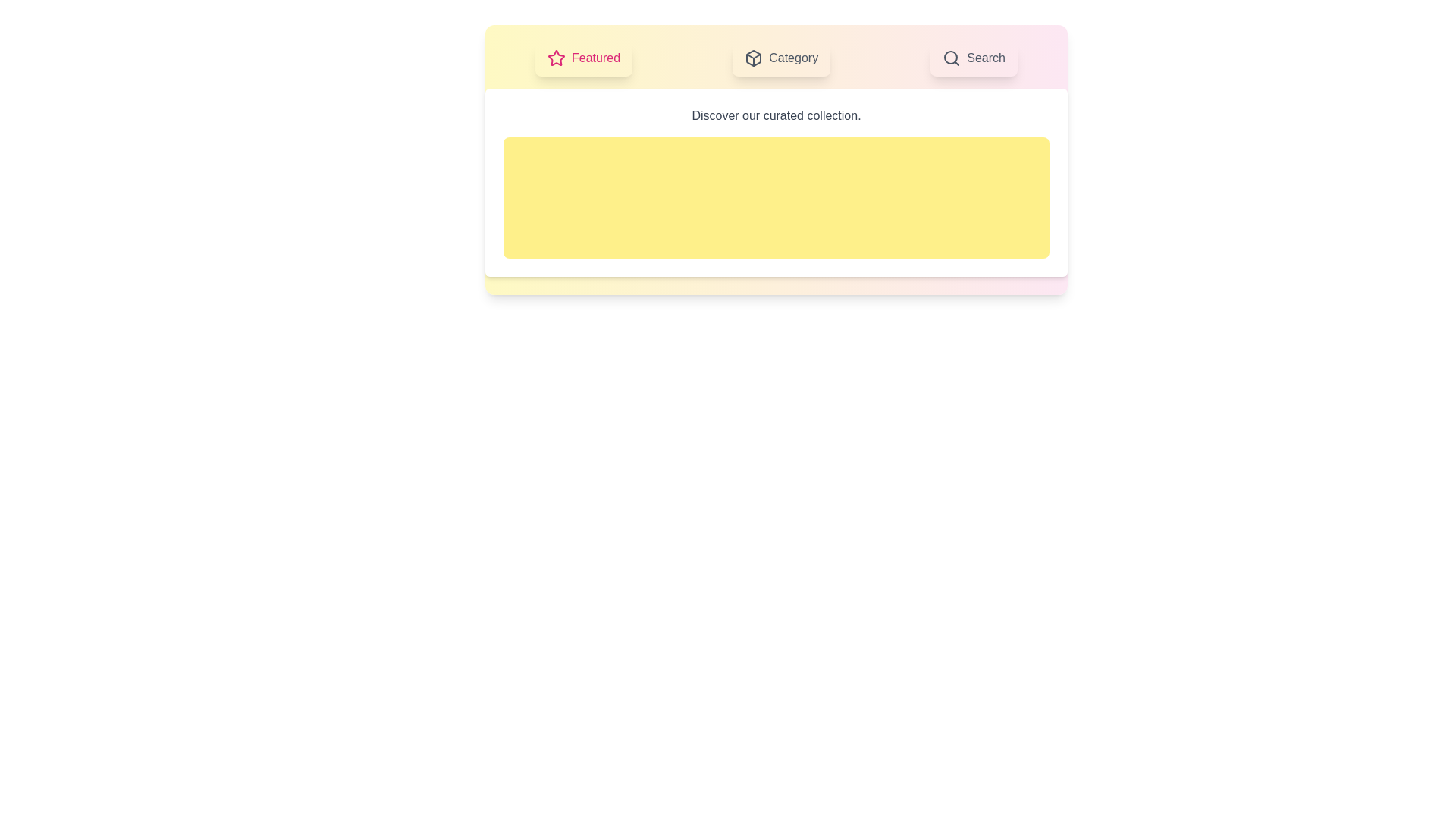 This screenshot has width=1456, height=819. Describe the element at coordinates (582, 58) in the screenshot. I see `the Featured tab` at that location.